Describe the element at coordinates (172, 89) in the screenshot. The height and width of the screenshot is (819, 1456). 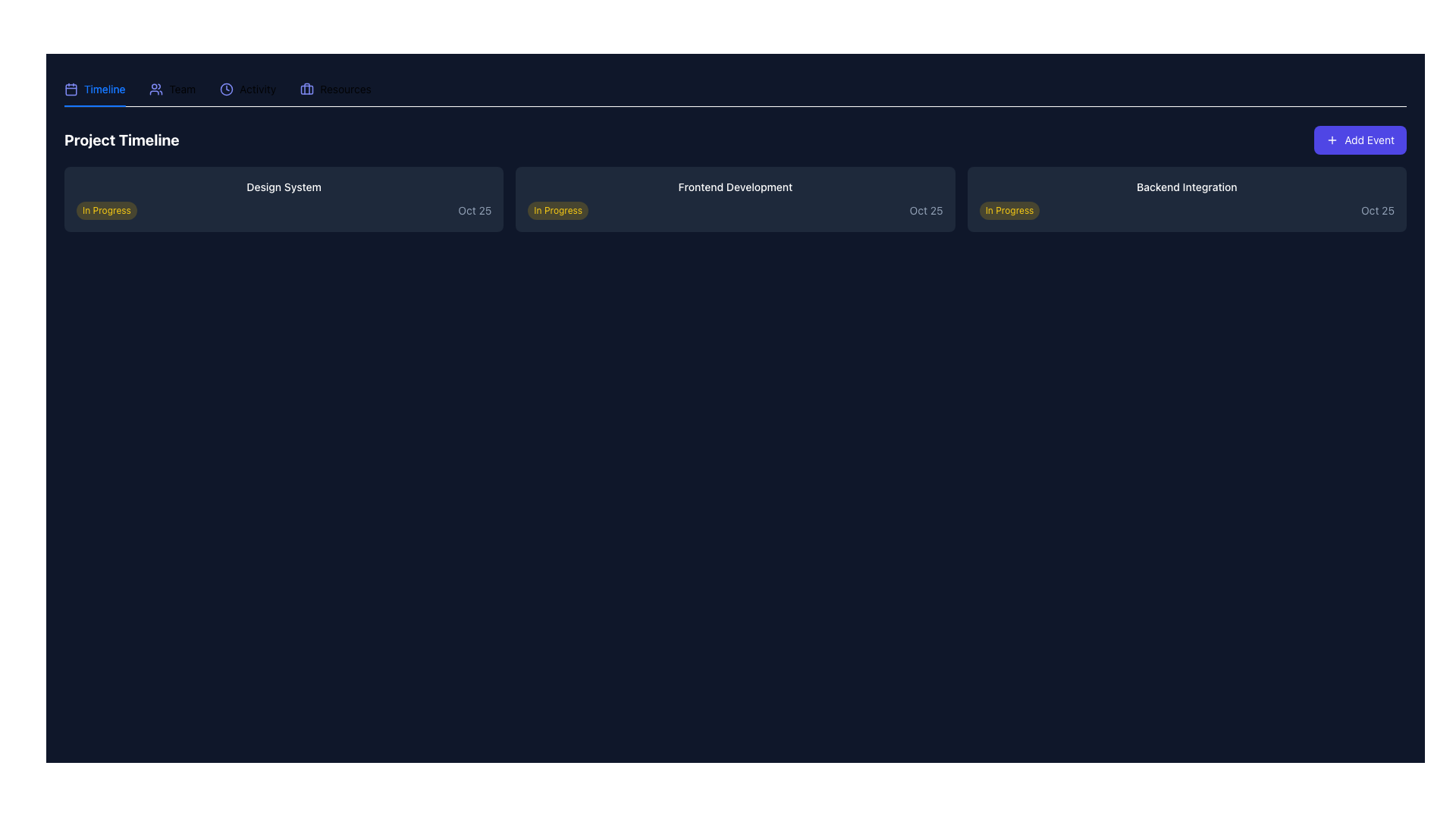
I see `the 'Team' tab in the navigation bar` at that location.